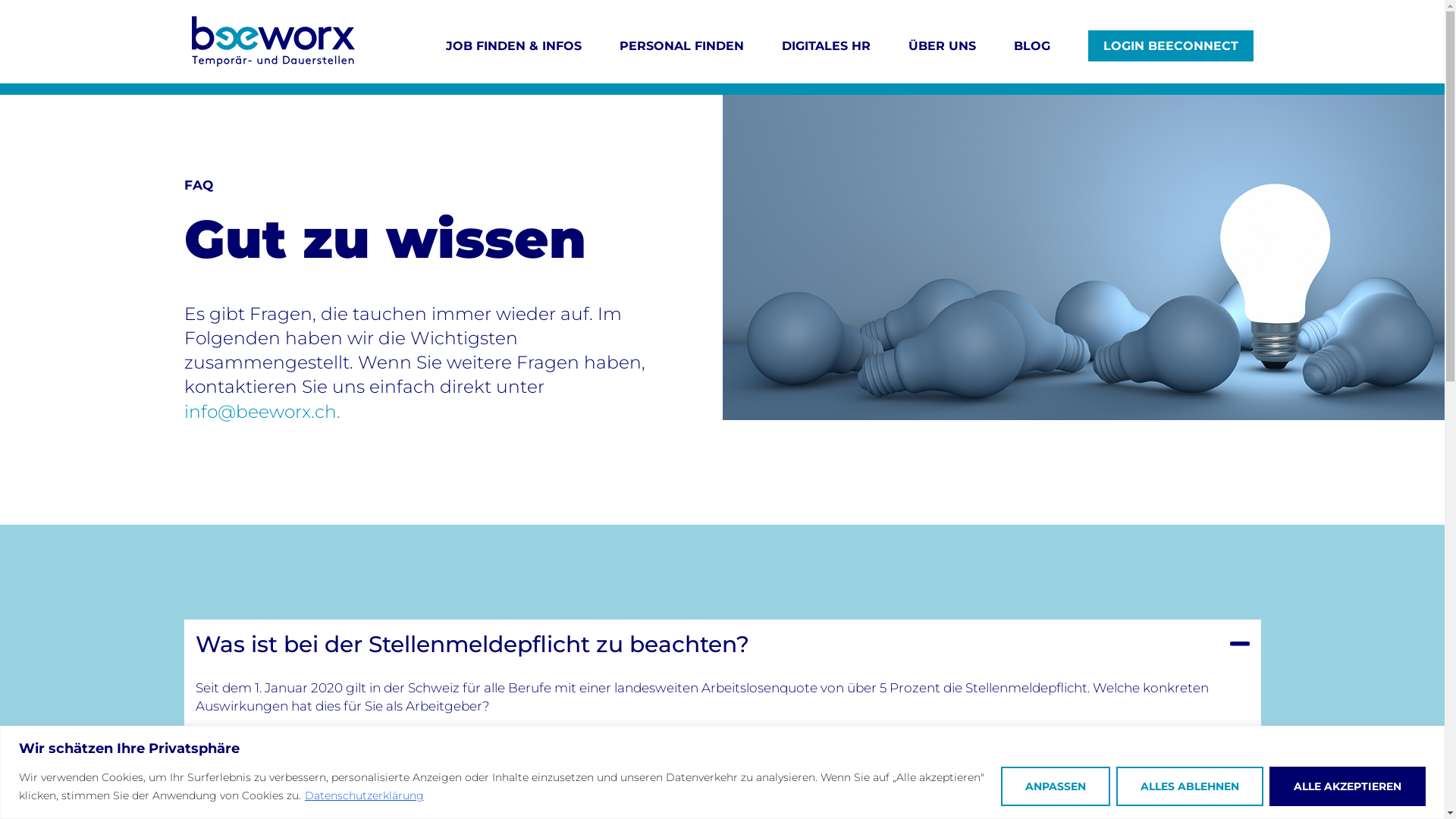 This screenshot has height=819, width=1456. What do you see at coordinates (1347, 785) in the screenshot?
I see `'ALLE AKZEPTIEREN'` at bounding box center [1347, 785].